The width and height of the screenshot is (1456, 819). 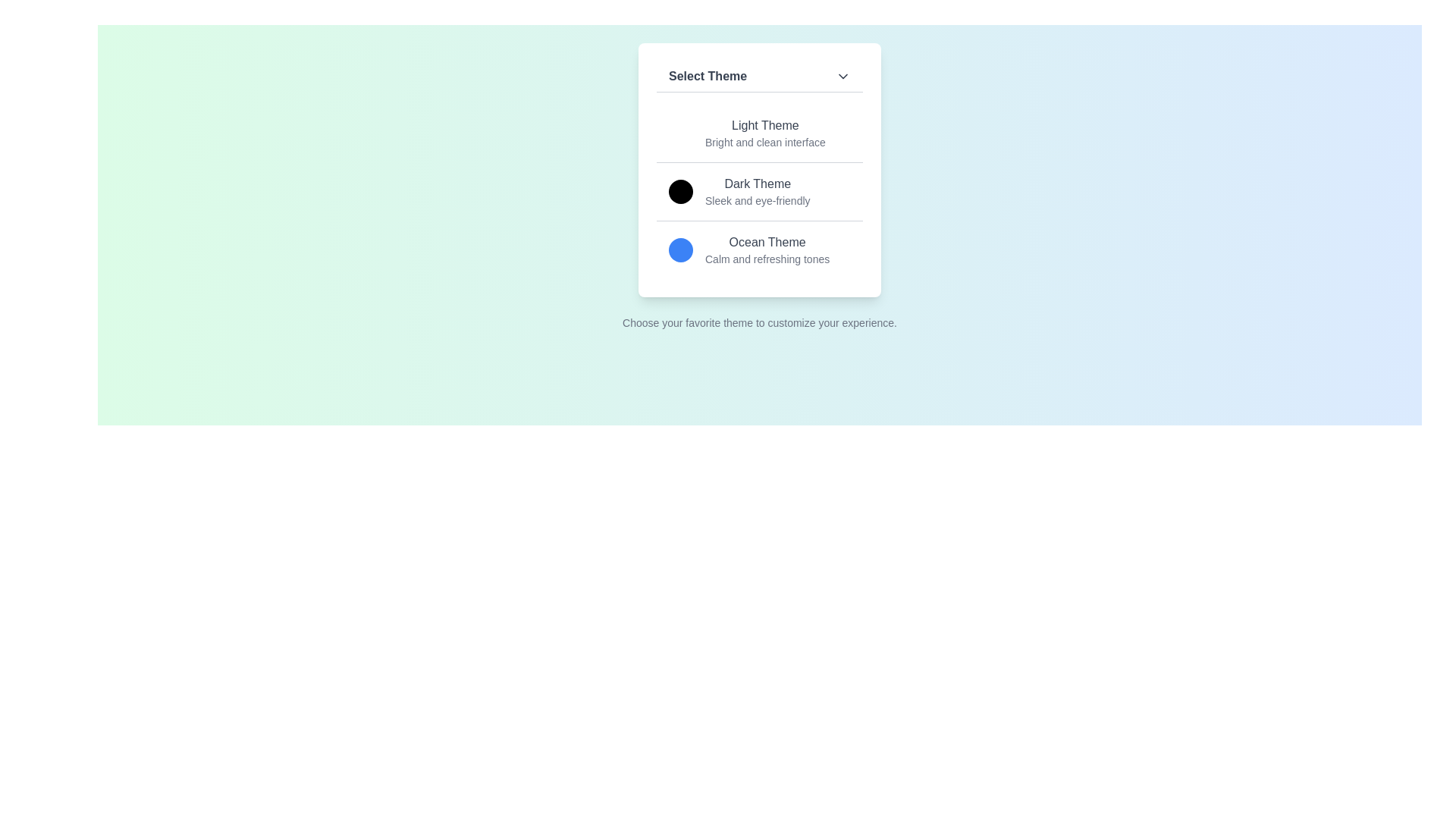 What do you see at coordinates (760, 249) in the screenshot?
I see `the theme Ocean Theme by clicking on its corresponding option` at bounding box center [760, 249].